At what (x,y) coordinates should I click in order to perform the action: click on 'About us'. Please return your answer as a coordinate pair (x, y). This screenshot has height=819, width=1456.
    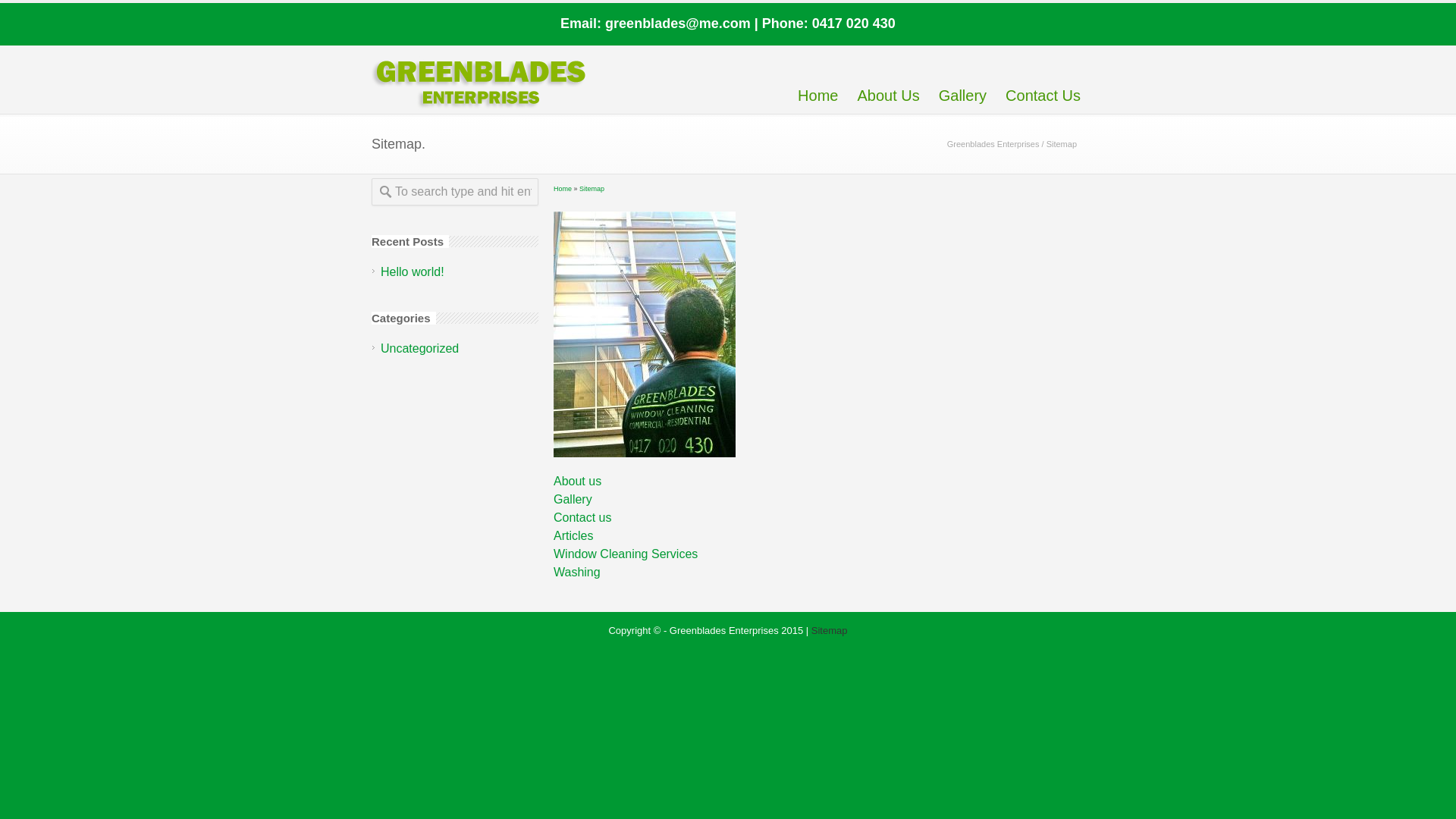
    Looking at the image, I should click on (576, 481).